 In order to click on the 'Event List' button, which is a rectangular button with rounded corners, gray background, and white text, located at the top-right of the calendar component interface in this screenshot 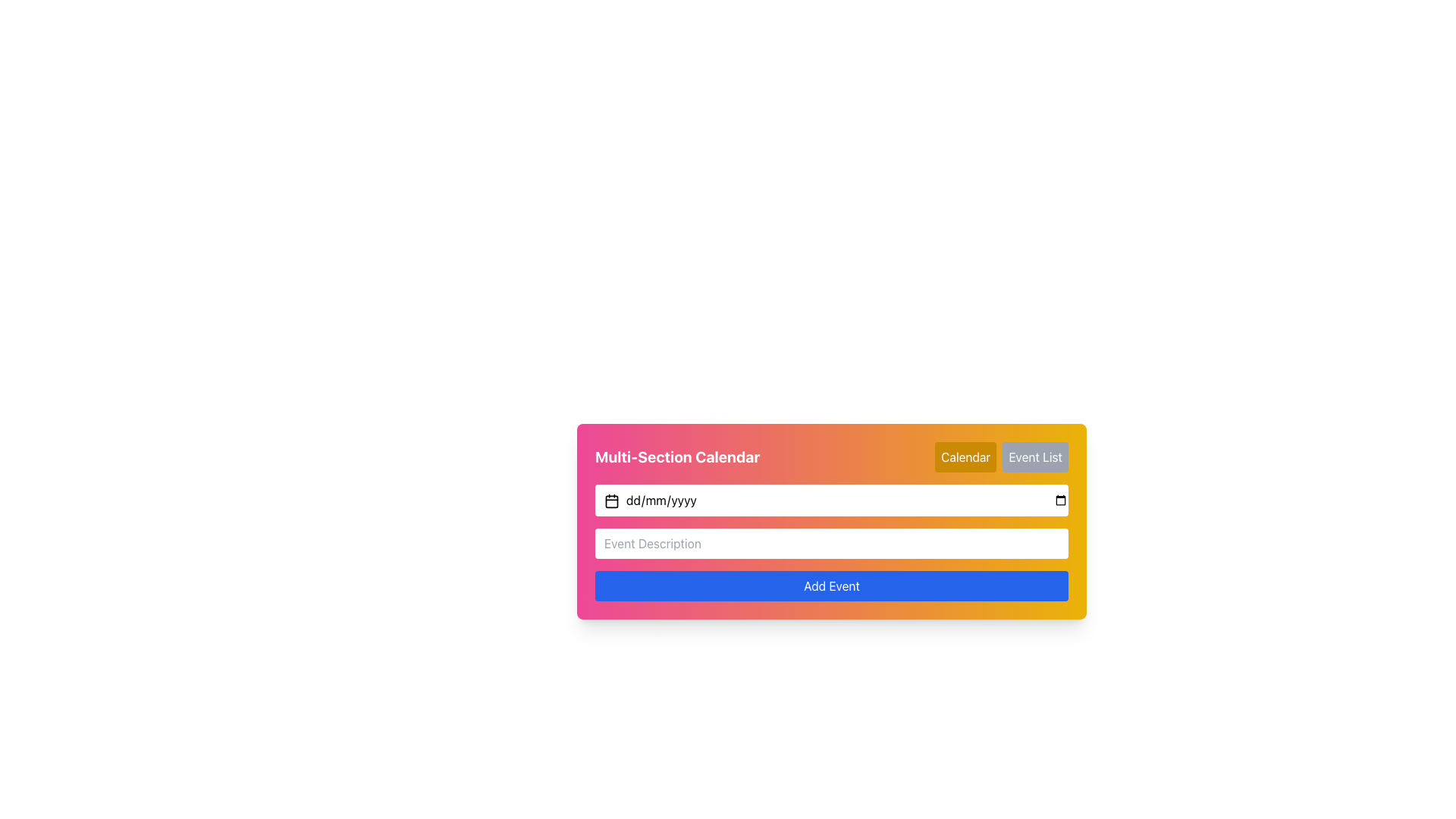, I will do `click(1034, 456)`.